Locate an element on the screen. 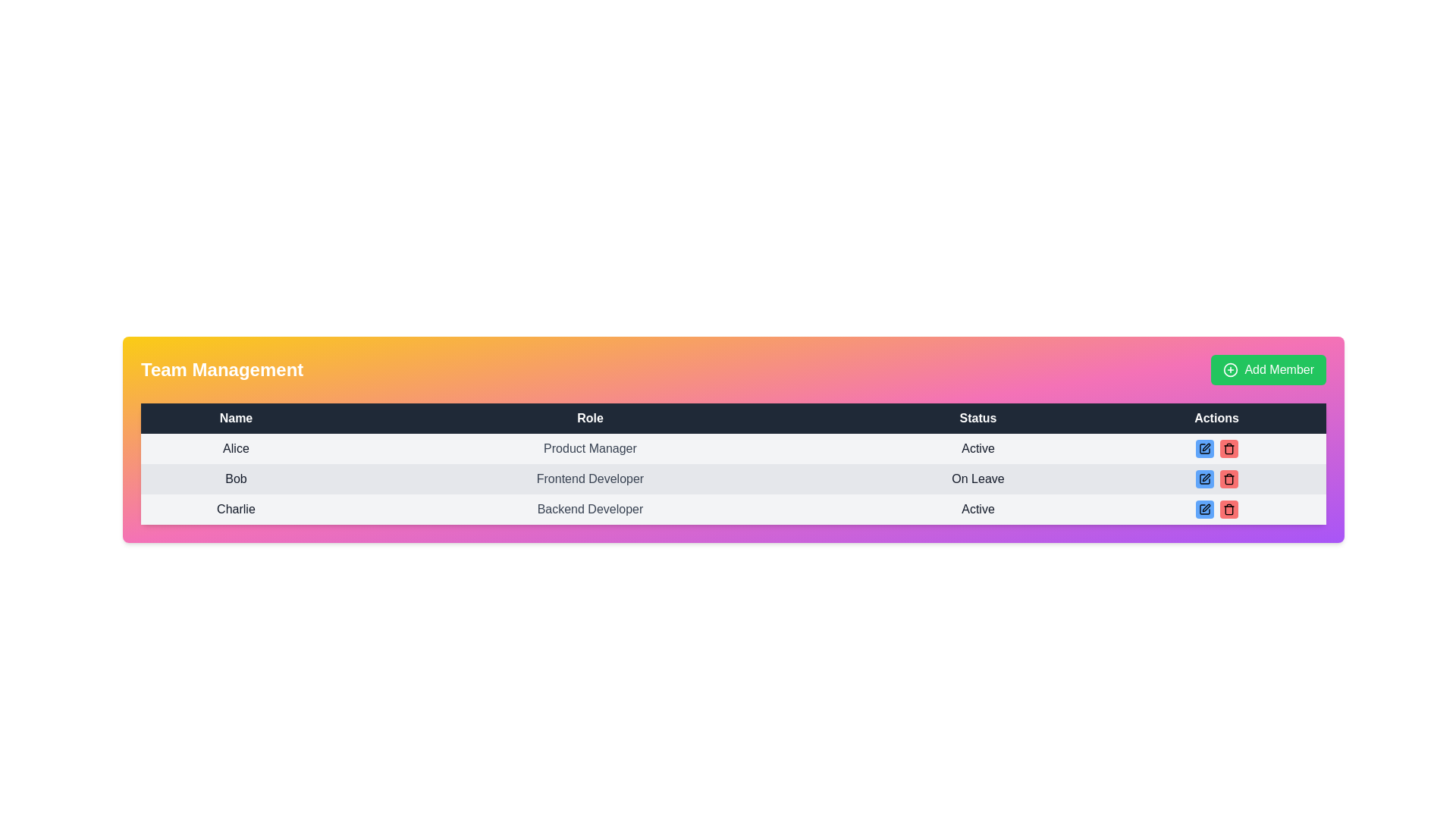 Image resolution: width=1456 pixels, height=819 pixels. the trash bin icon button is located at coordinates (1228, 447).